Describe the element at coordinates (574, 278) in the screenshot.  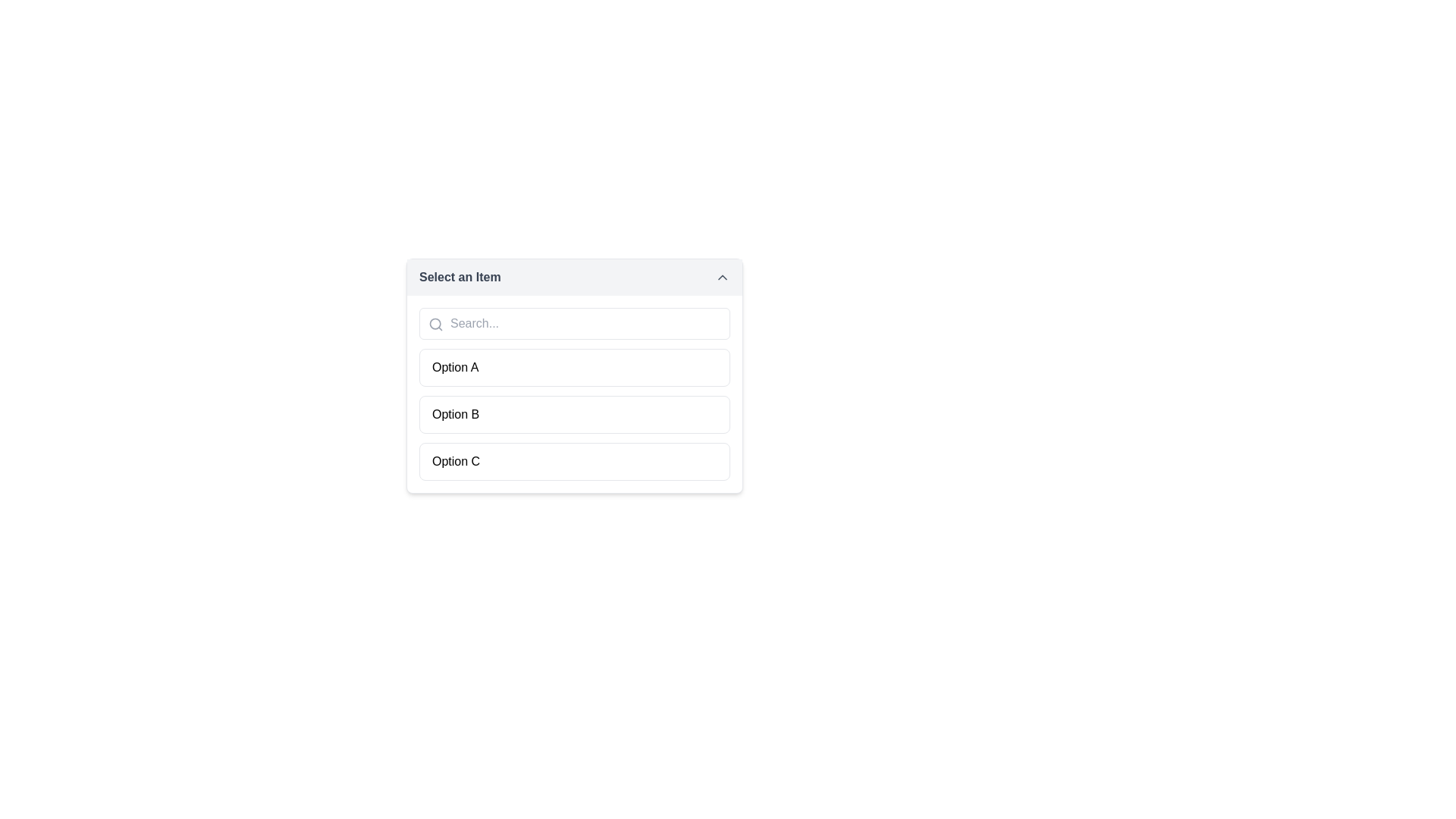
I see `the dropdown trigger labeled 'Select an Item'` at that location.